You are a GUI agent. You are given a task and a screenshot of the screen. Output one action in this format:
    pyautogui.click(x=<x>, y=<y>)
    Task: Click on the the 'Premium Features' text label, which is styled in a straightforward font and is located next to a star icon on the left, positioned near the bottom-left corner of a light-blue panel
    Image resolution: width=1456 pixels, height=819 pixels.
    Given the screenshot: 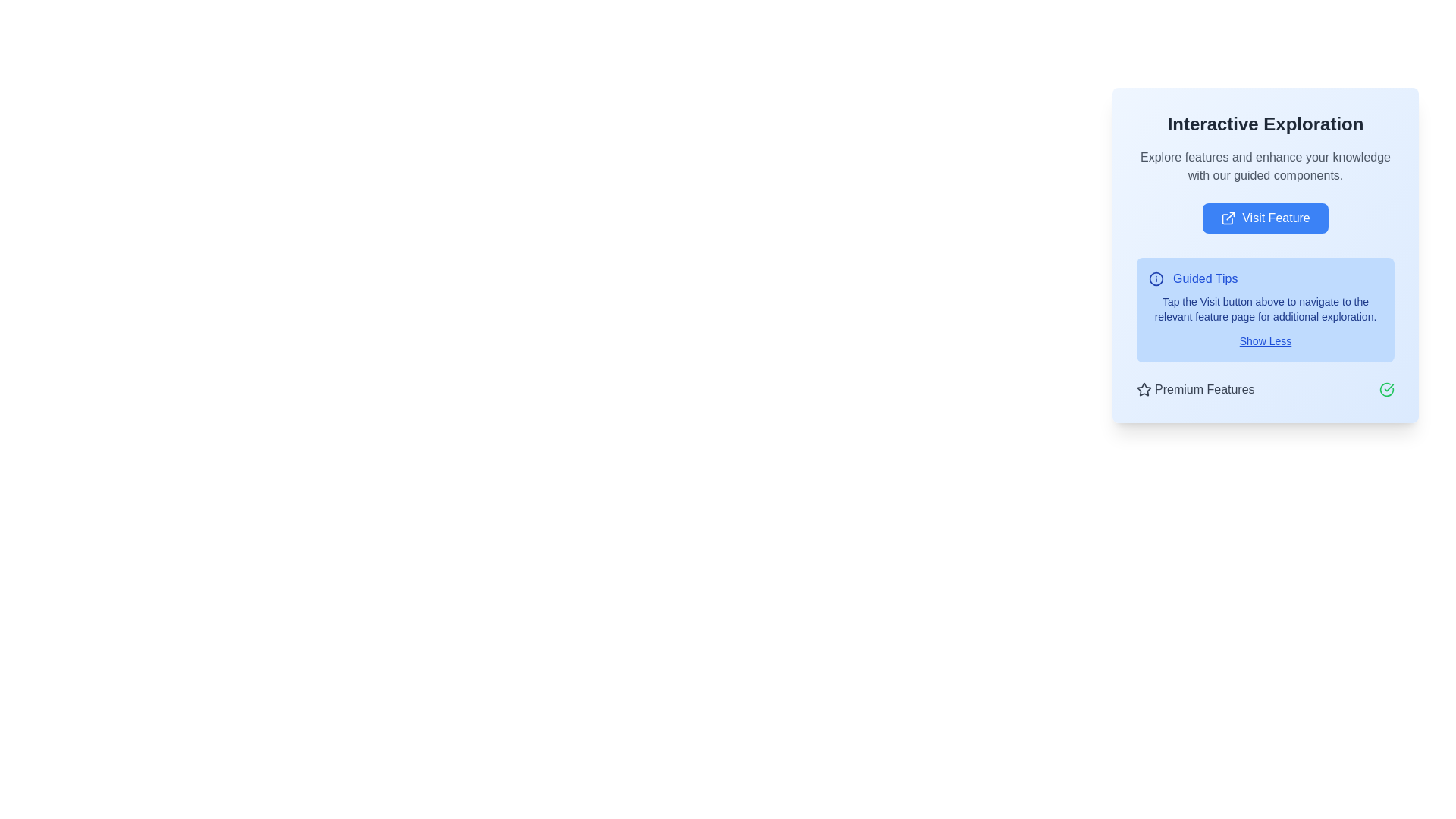 What is the action you would take?
    pyautogui.click(x=1203, y=388)
    